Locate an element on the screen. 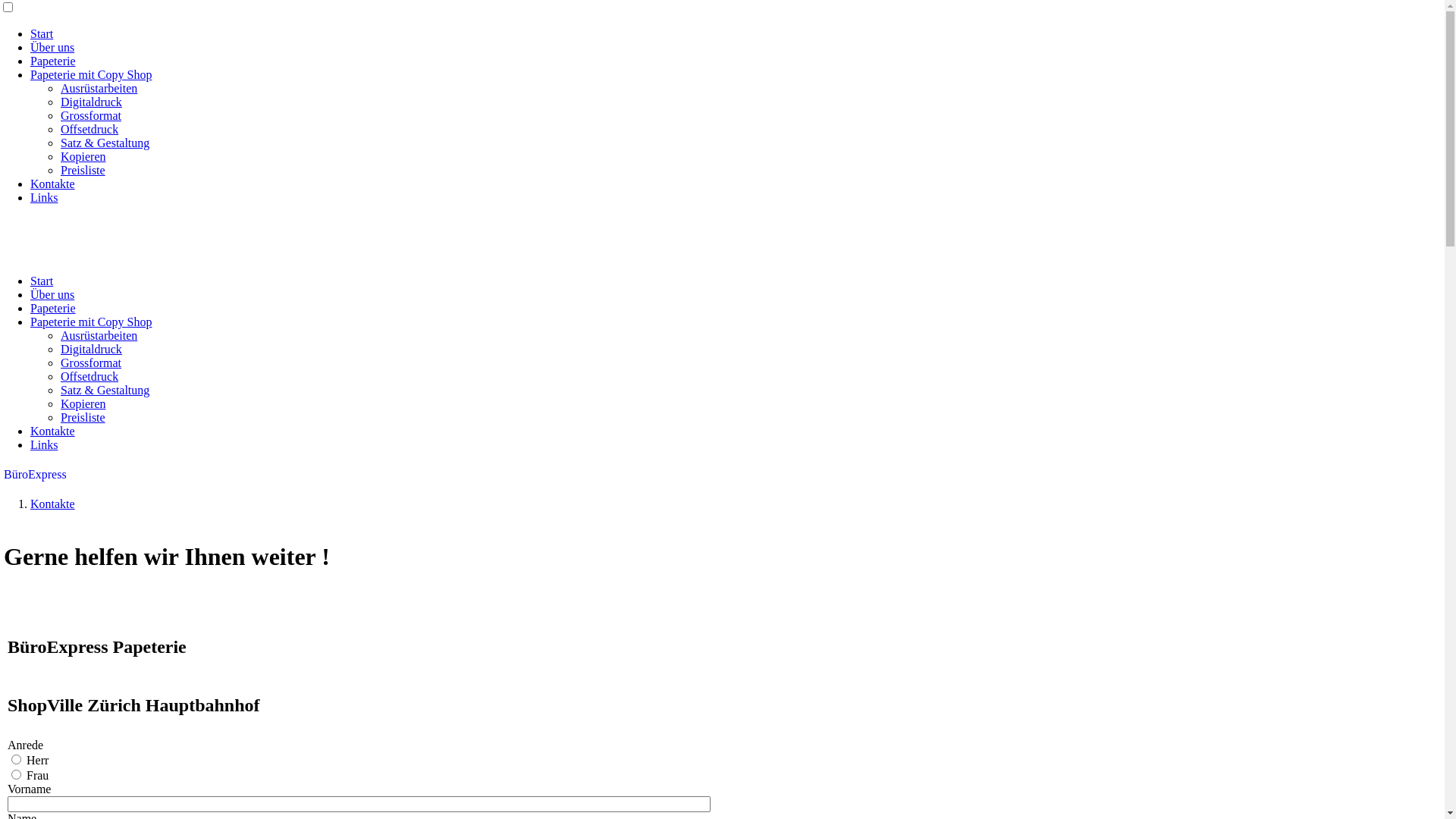  'Start' is located at coordinates (41, 281).